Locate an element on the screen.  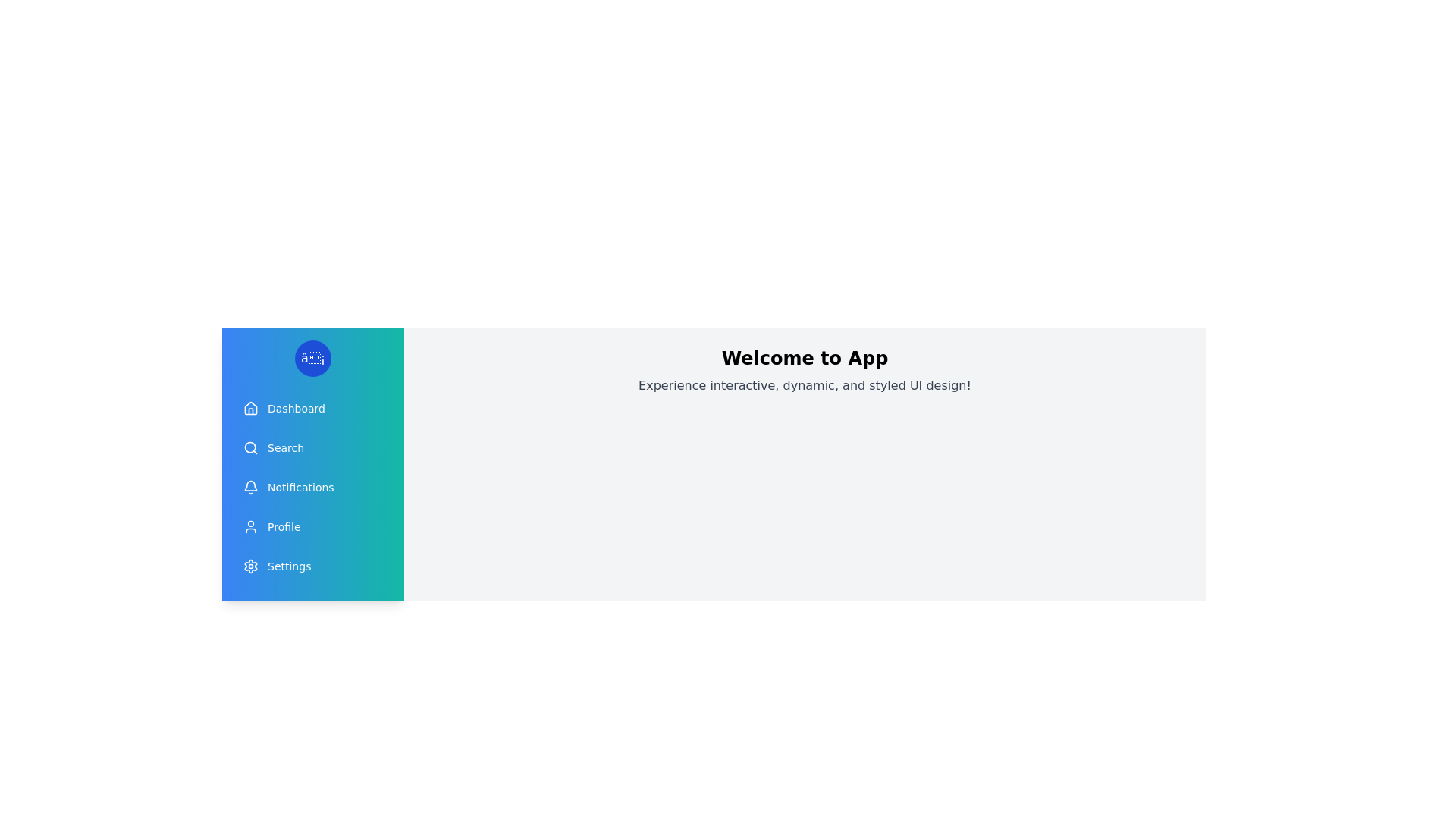
the toggle button to toggle the drawer open/close state is located at coordinates (312, 359).